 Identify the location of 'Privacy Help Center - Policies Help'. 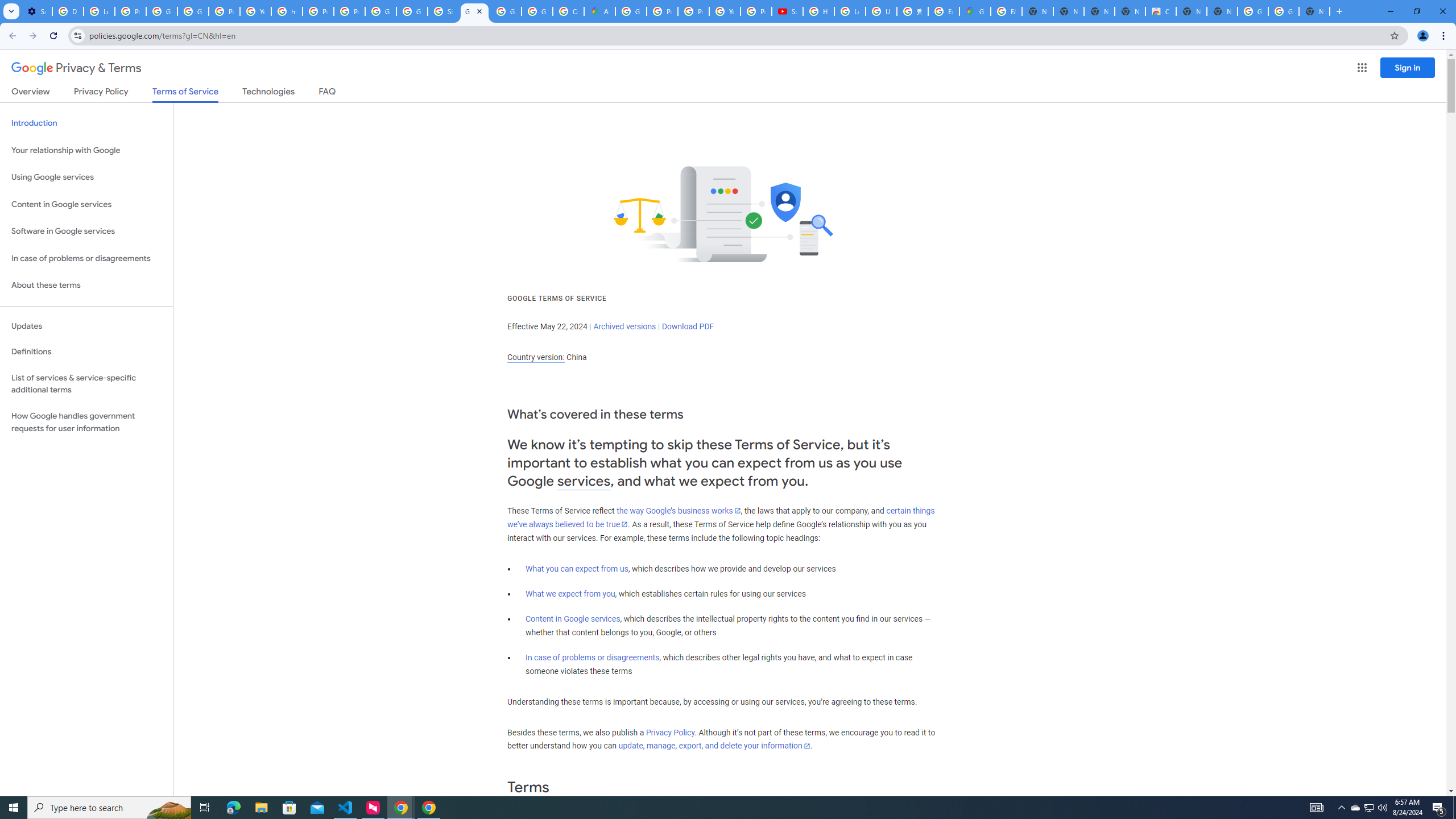
(693, 11).